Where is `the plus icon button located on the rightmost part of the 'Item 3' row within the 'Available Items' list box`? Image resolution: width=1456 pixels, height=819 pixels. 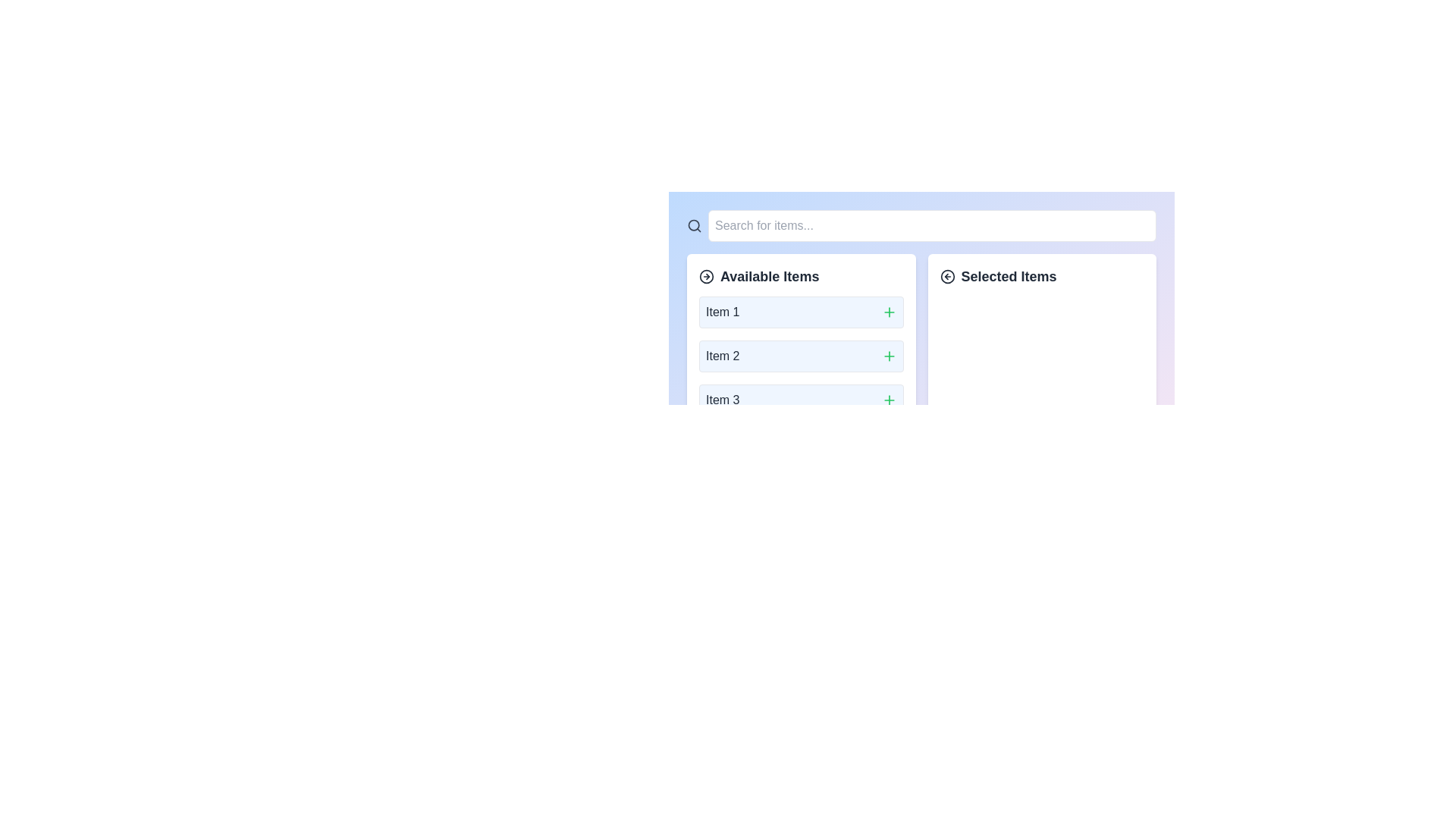 the plus icon button located on the rightmost part of the 'Item 3' row within the 'Available Items' list box is located at coordinates (889, 400).